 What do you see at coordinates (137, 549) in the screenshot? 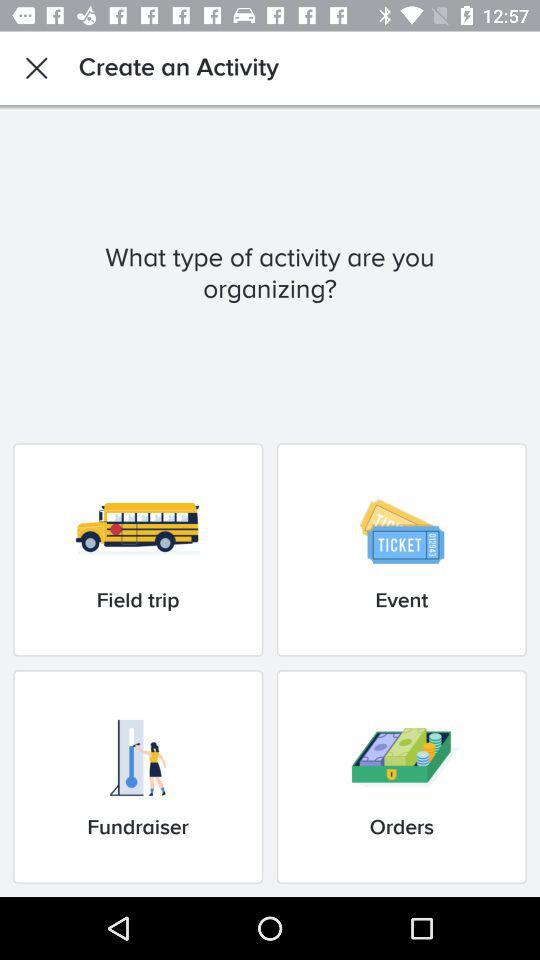
I see `icon below what type of item` at bounding box center [137, 549].